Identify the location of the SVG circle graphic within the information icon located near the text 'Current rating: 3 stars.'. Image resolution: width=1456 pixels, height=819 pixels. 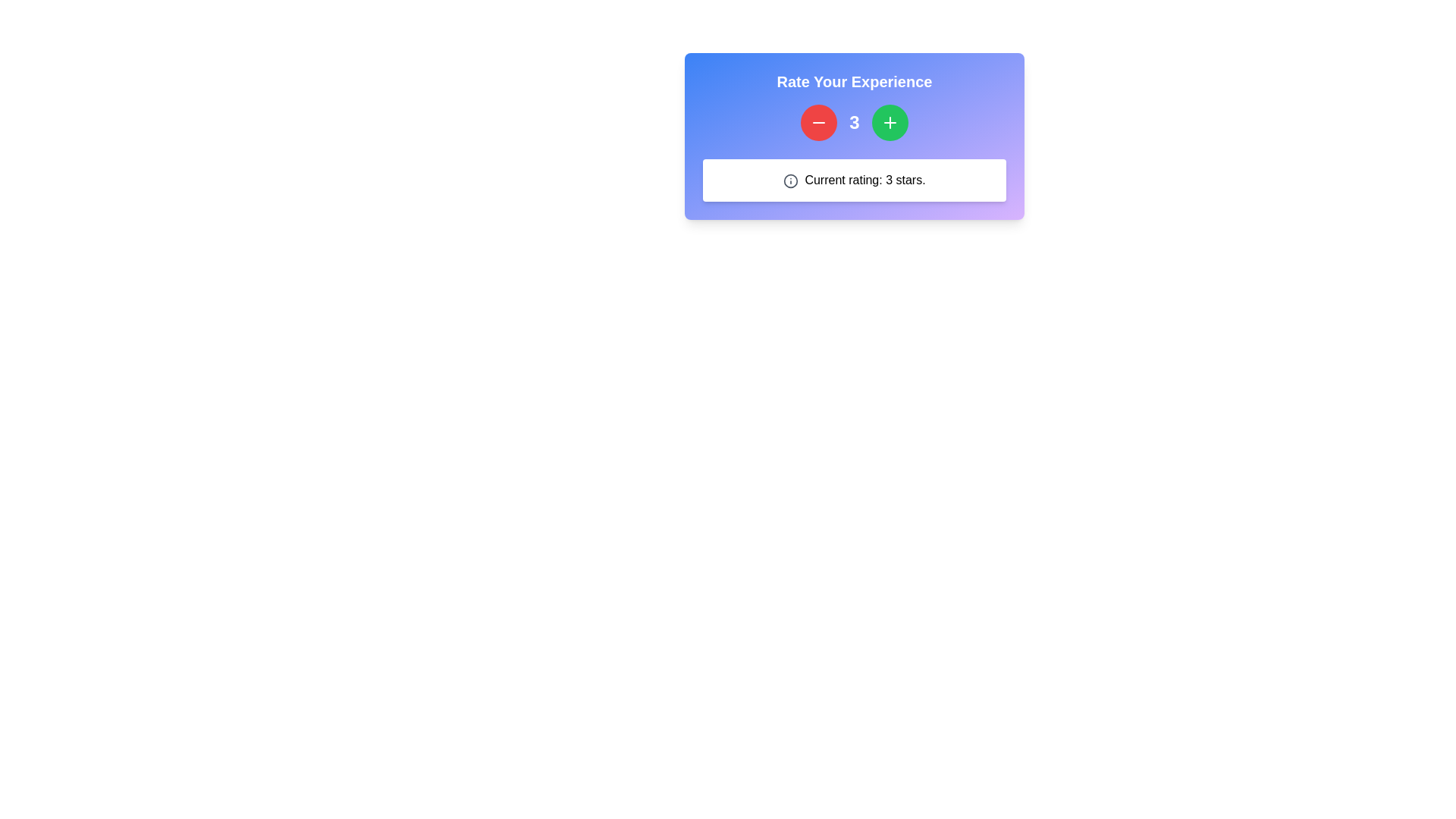
(790, 180).